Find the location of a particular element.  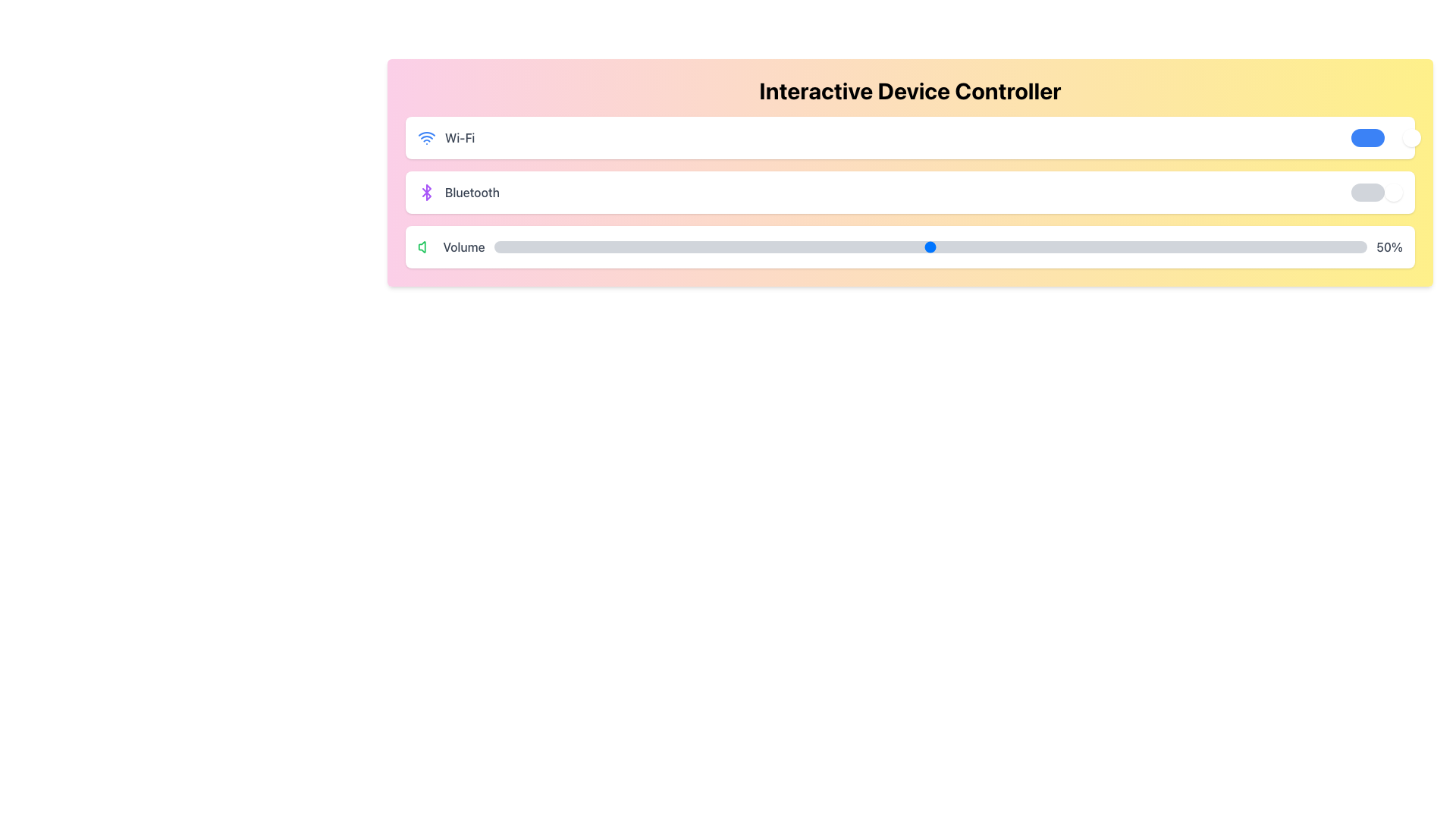

the toggle switch for Bluetooth settings is located at coordinates (1376, 192).